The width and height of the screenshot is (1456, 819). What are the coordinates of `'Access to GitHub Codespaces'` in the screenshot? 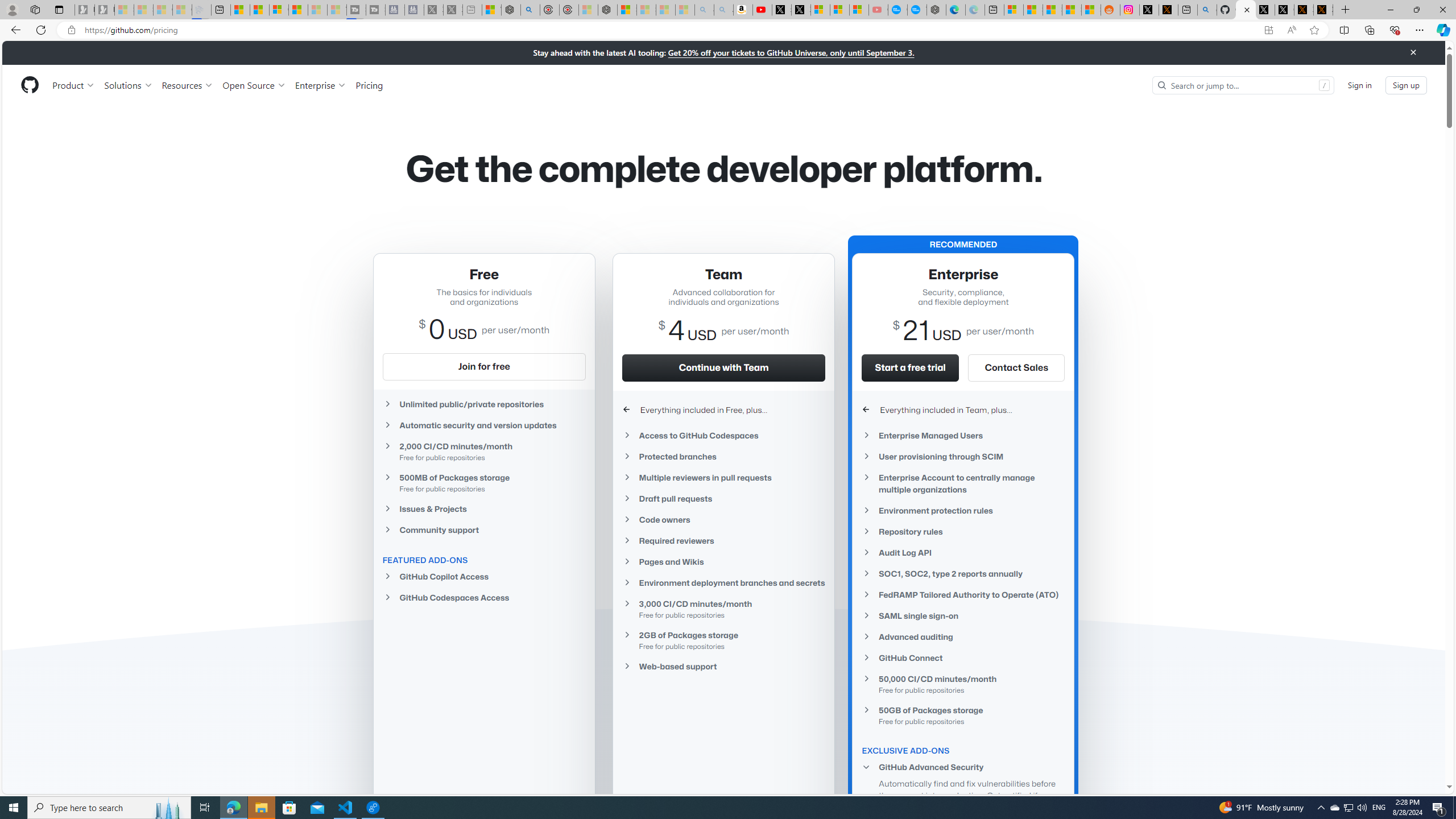 It's located at (723, 435).